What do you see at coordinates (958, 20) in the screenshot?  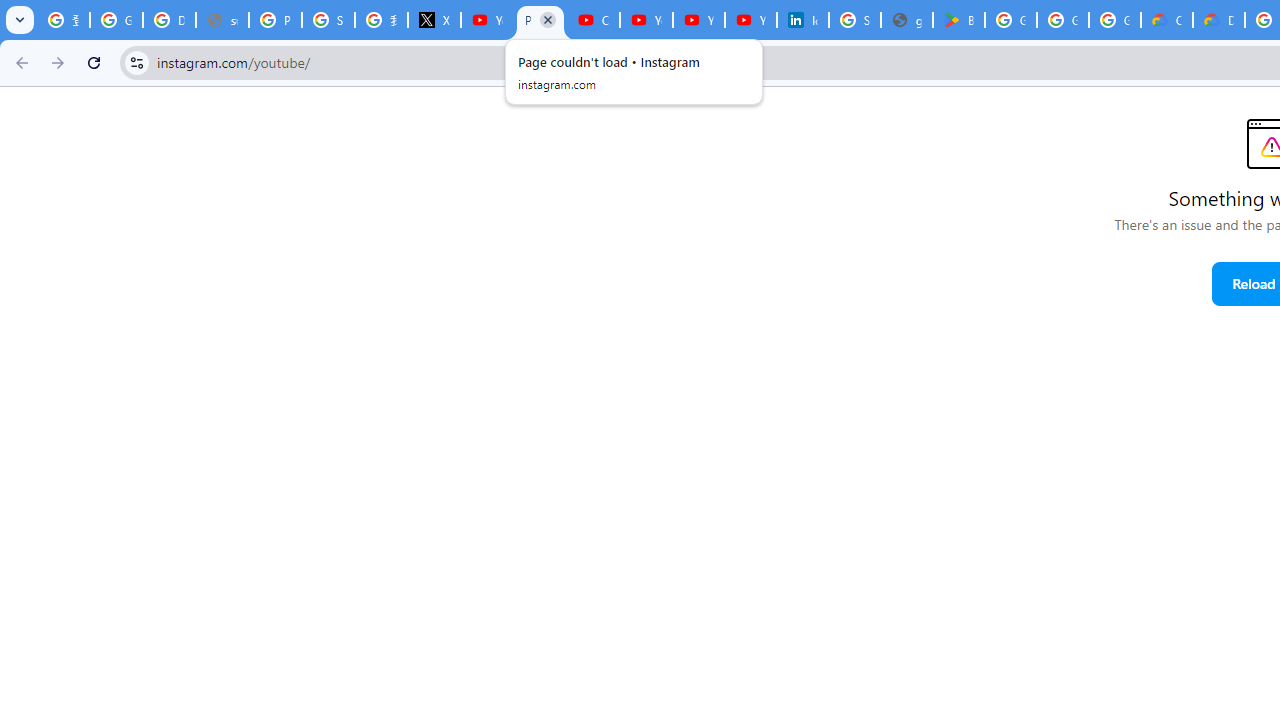 I see `'Bluey: Let'` at bounding box center [958, 20].